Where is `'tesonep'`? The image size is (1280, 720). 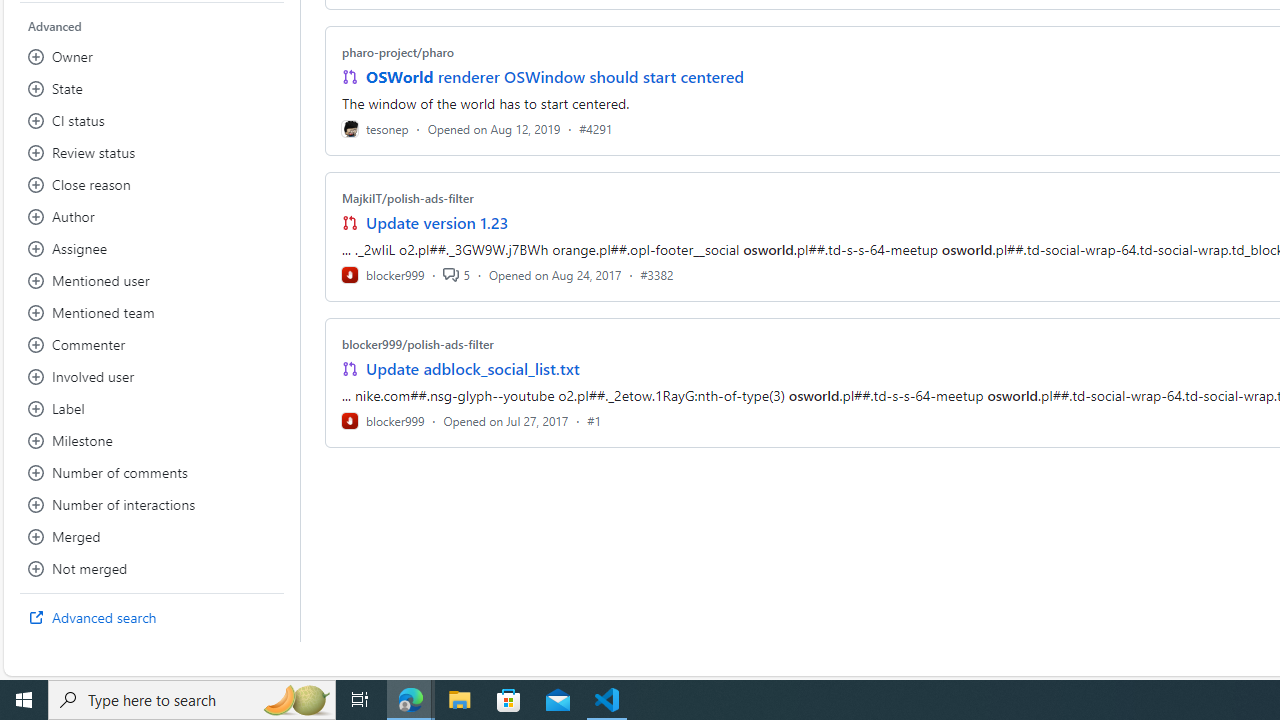 'tesonep' is located at coordinates (375, 128).